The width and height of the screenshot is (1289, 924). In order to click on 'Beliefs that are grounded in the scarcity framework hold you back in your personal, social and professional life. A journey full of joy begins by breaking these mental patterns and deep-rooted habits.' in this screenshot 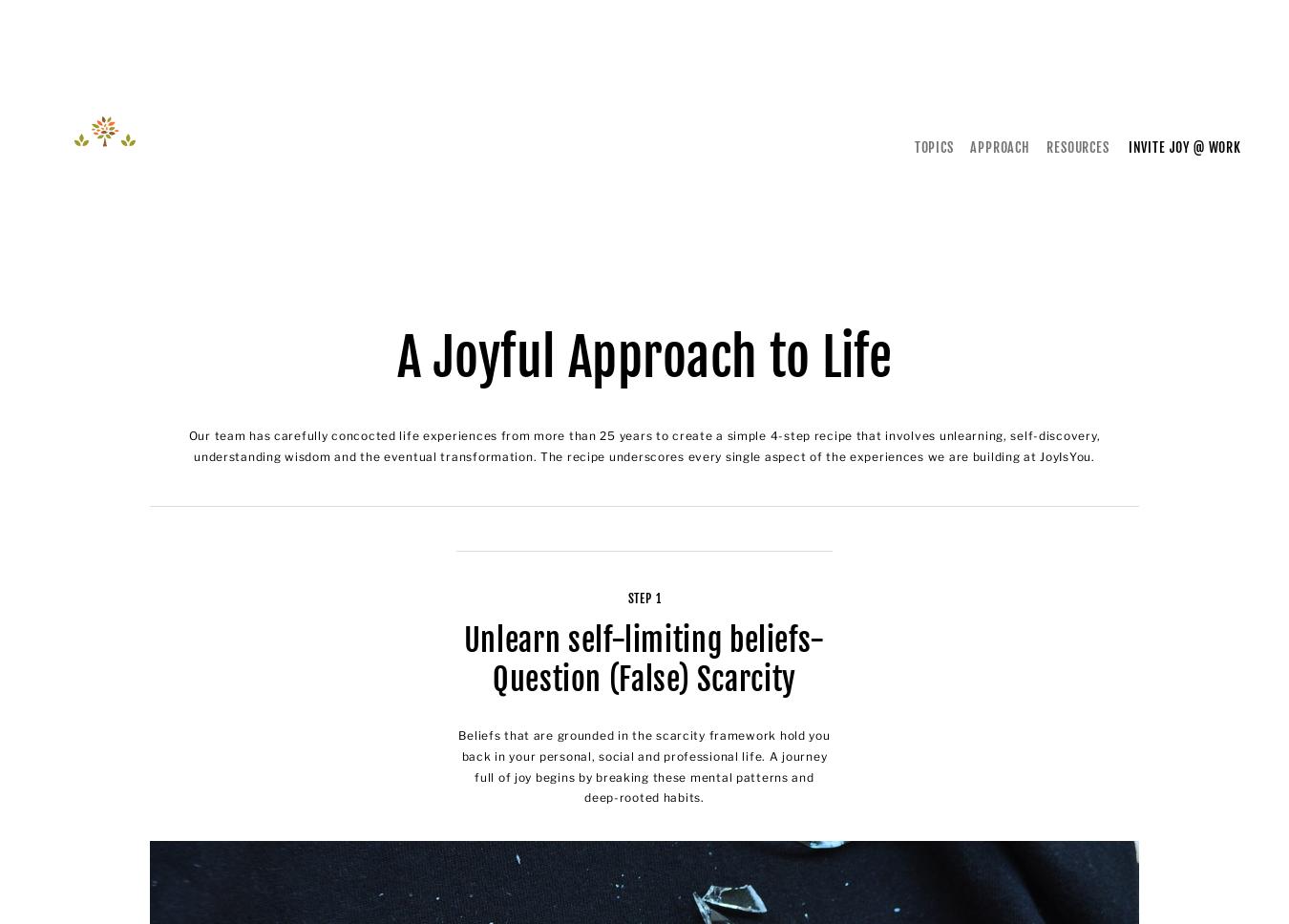, I will do `click(644, 765)`.